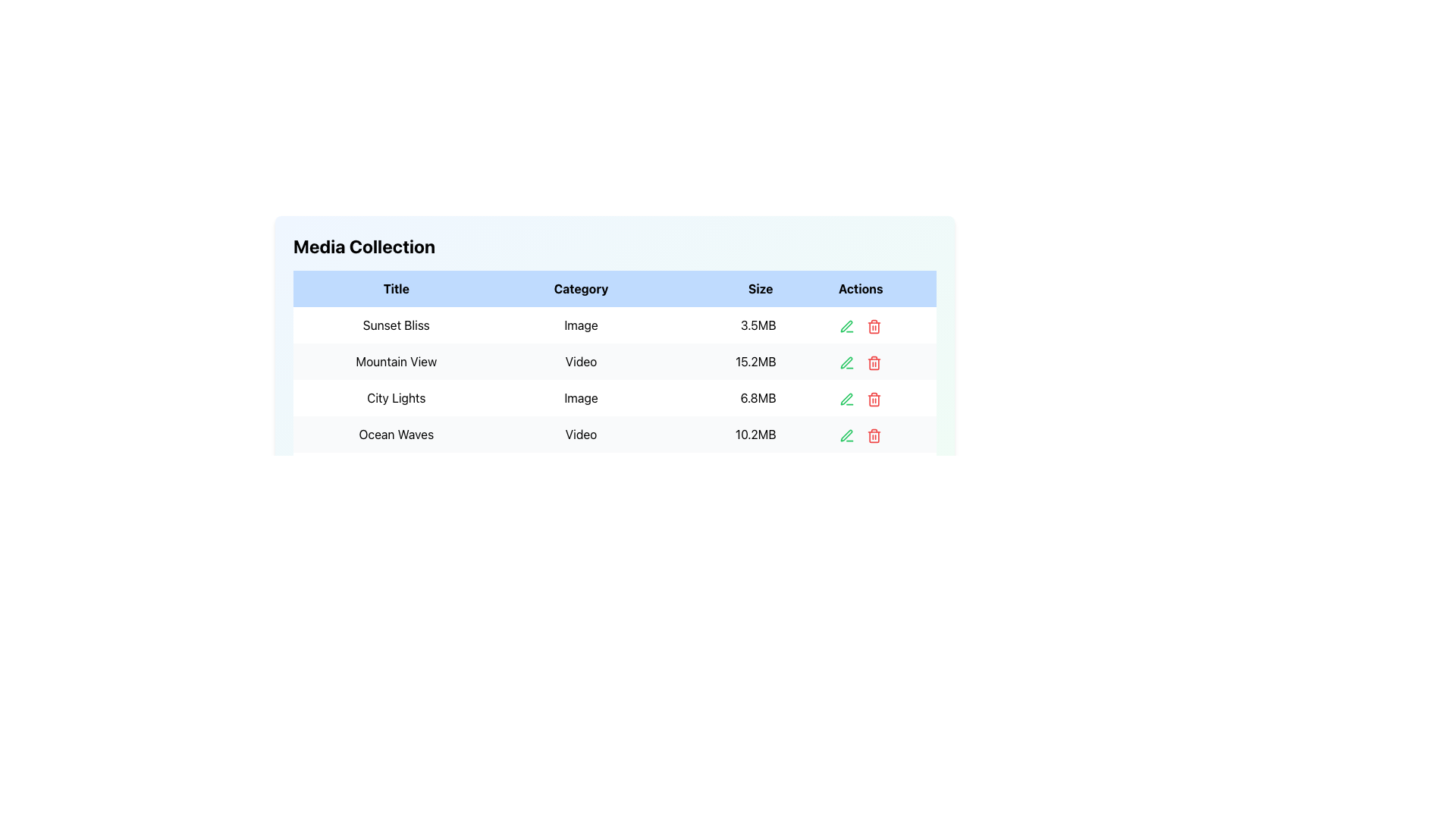  Describe the element at coordinates (580, 397) in the screenshot. I see `the static textual label in the second column of the third row of the 'Media Collection' table, which indicates the category or type of the 'City Lights' media file` at that location.